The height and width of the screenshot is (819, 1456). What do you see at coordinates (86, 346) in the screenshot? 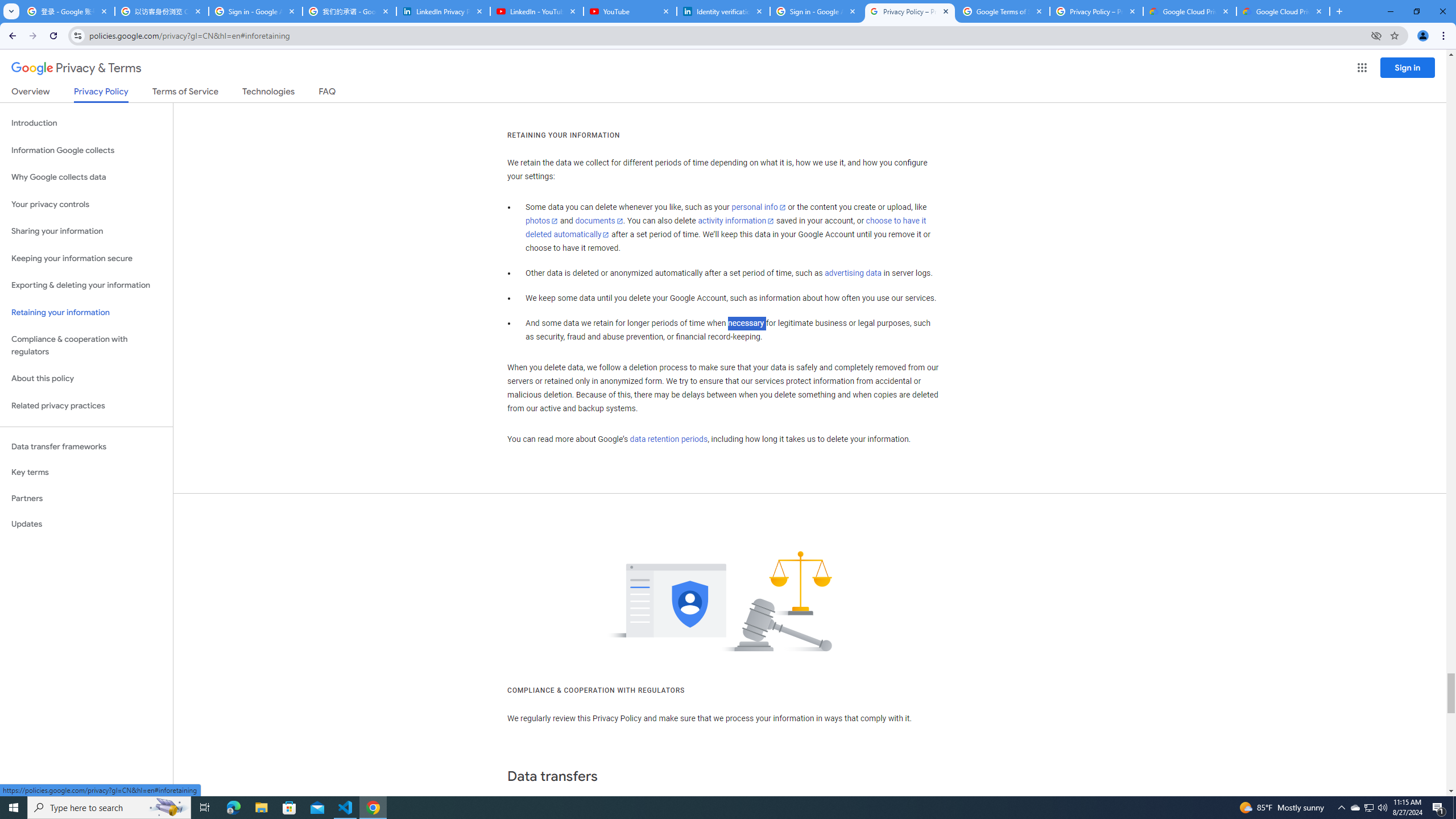
I see `'Compliance & cooperation with regulators'` at bounding box center [86, 346].